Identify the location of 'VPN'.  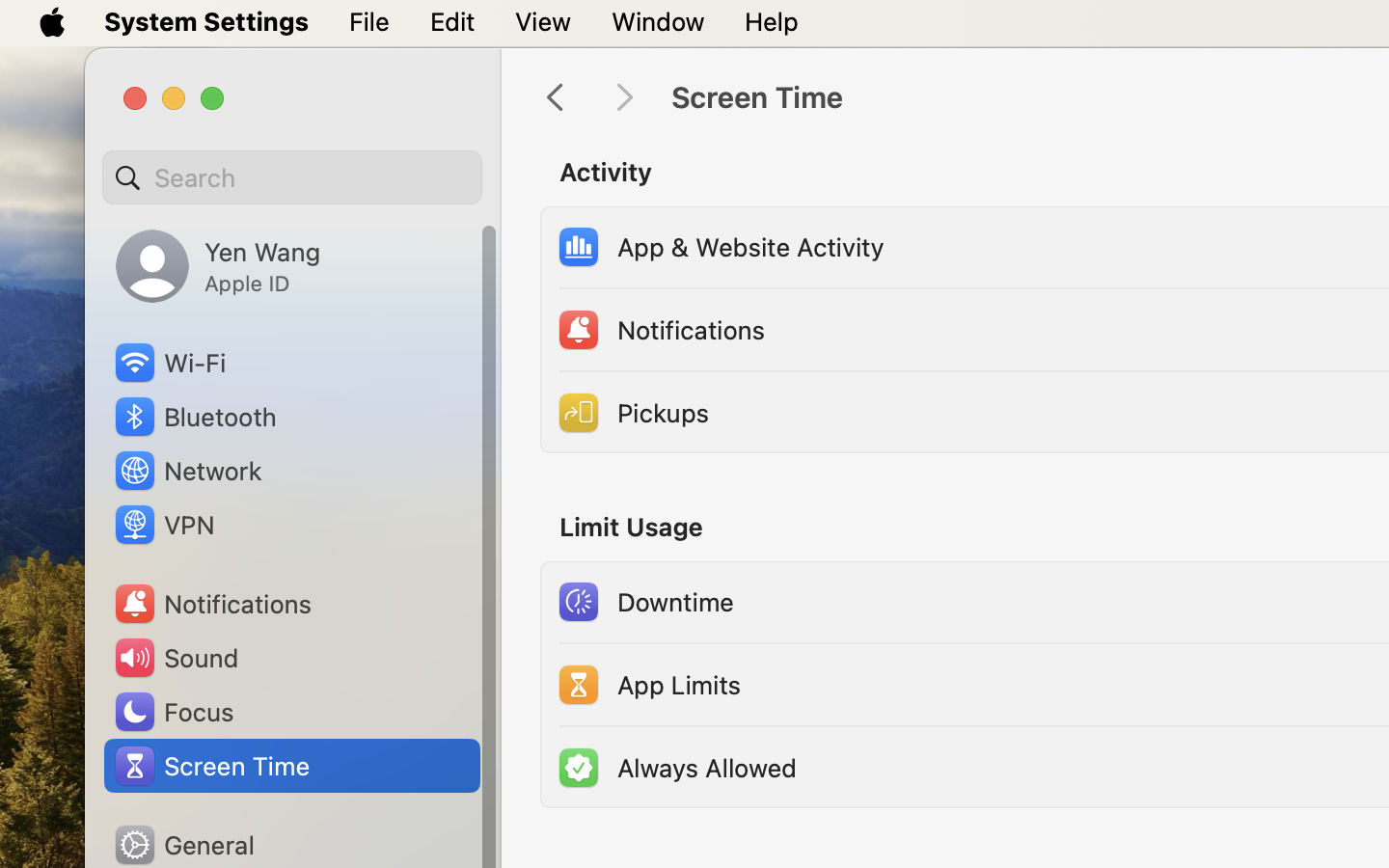
(162, 523).